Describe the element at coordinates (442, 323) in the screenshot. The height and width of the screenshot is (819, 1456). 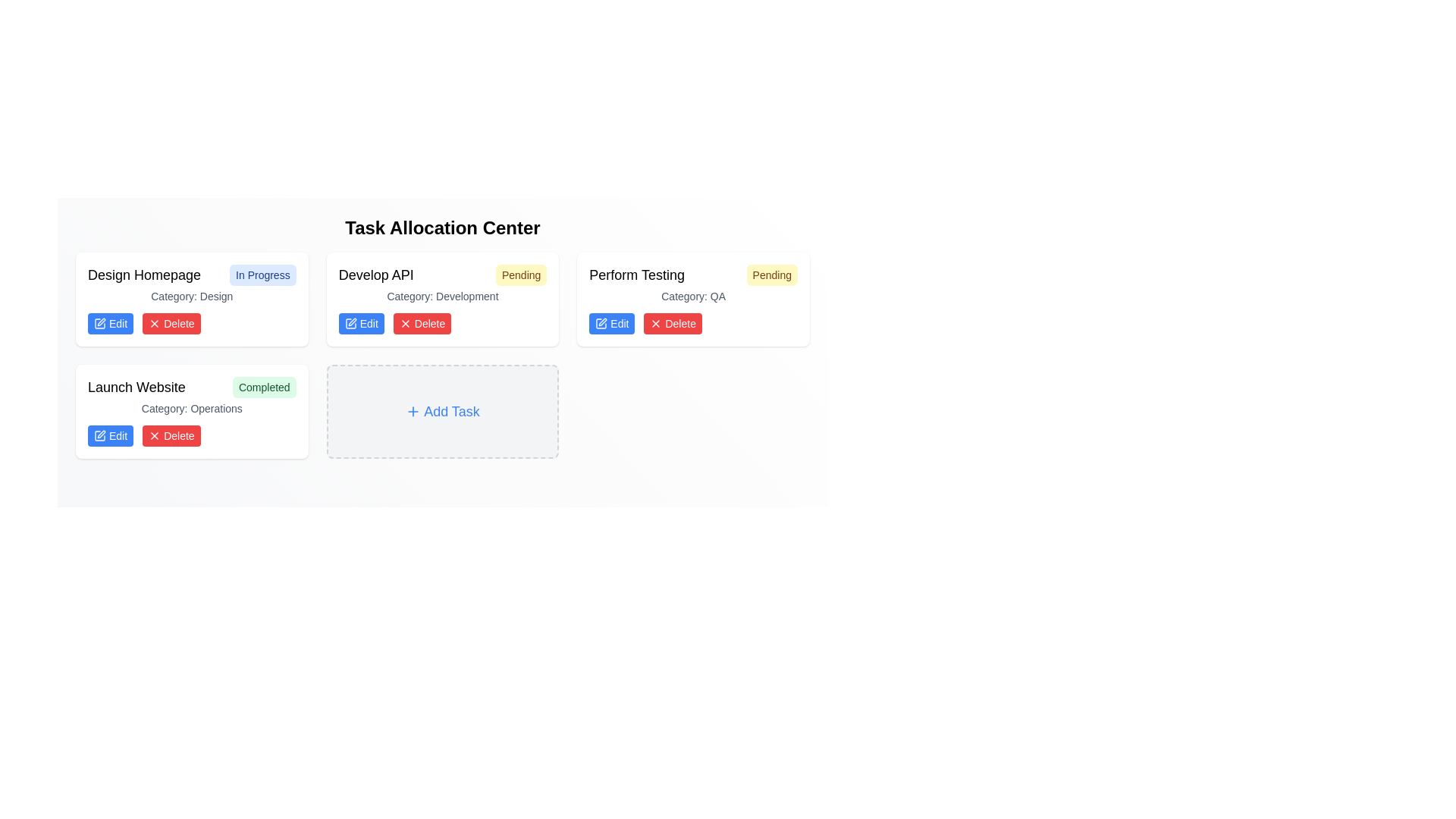
I see `the Delete button located at the bottom of the third card in the first row under the header 'Develop API' which allows for removing the associated card content` at that location.